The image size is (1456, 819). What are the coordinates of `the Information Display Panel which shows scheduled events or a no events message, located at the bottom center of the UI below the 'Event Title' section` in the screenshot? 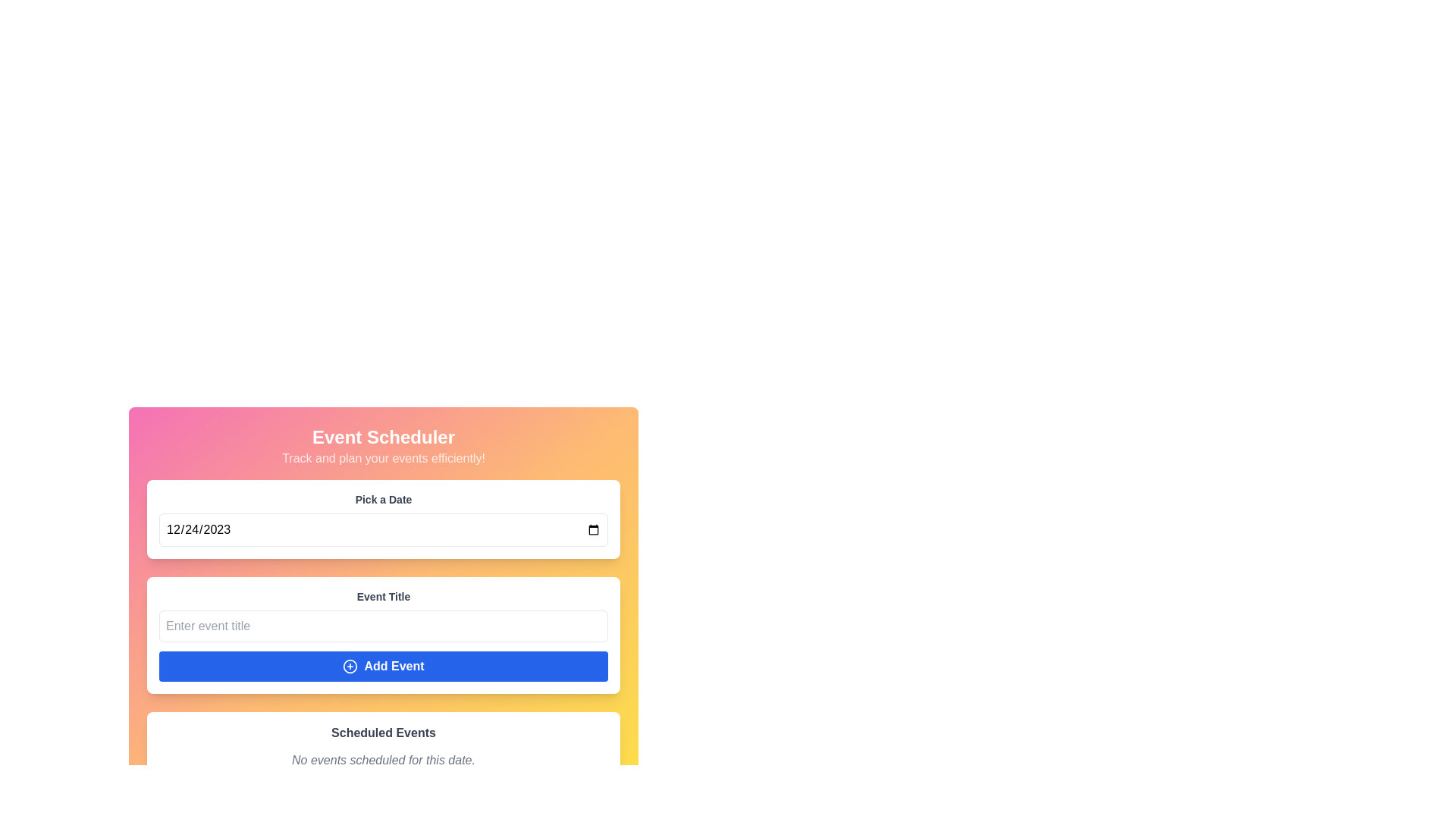 It's located at (383, 745).